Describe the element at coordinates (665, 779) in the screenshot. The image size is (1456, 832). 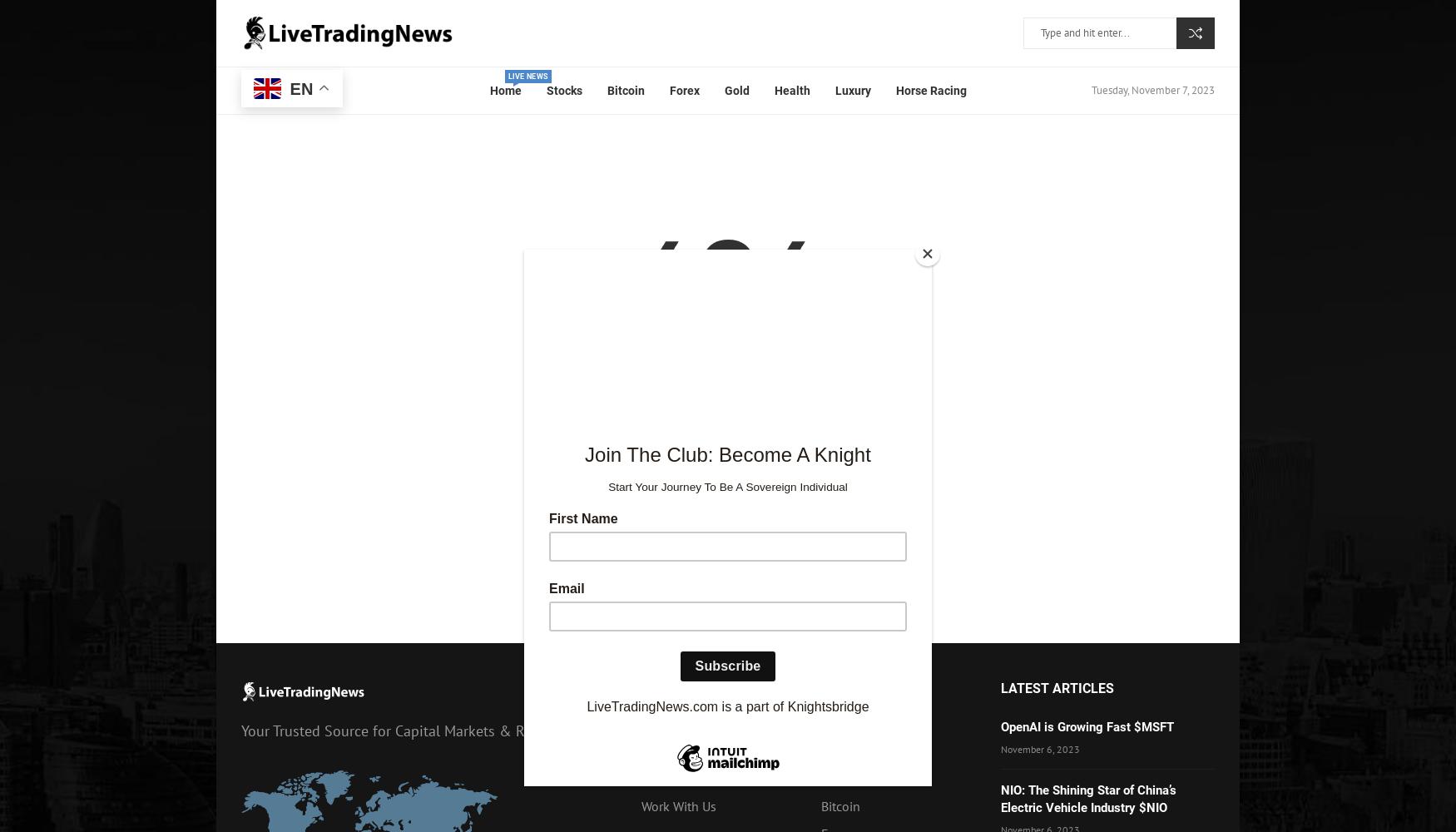
I see `'About Us'` at that location.